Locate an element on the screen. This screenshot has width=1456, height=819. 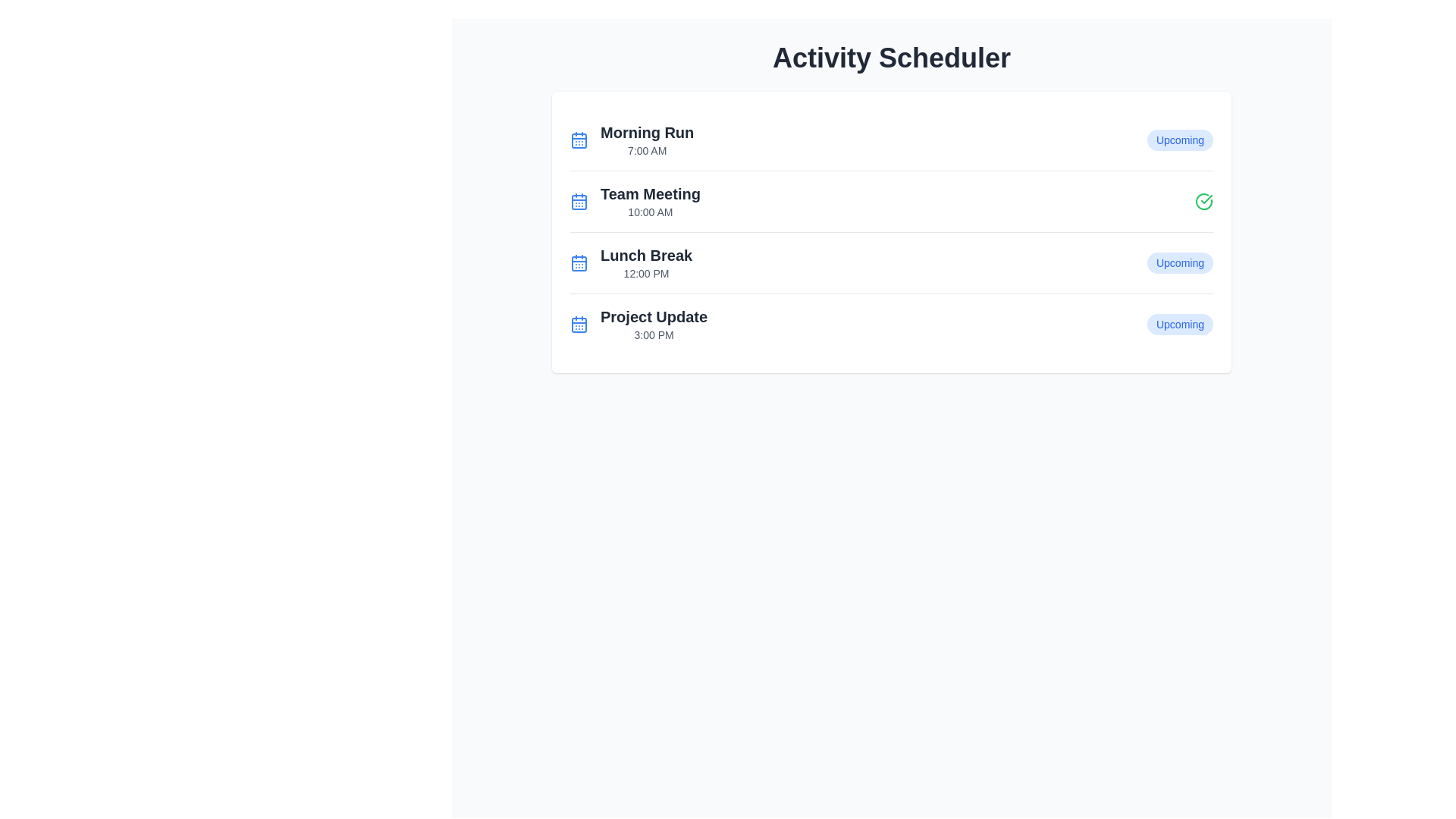
the status label indicating the upcoming activity 'Project Update', which is located at the far right of the 'Project Update' row, aligned horizontally with the text '3:00 PM' is located at coordinates (1179, 324).